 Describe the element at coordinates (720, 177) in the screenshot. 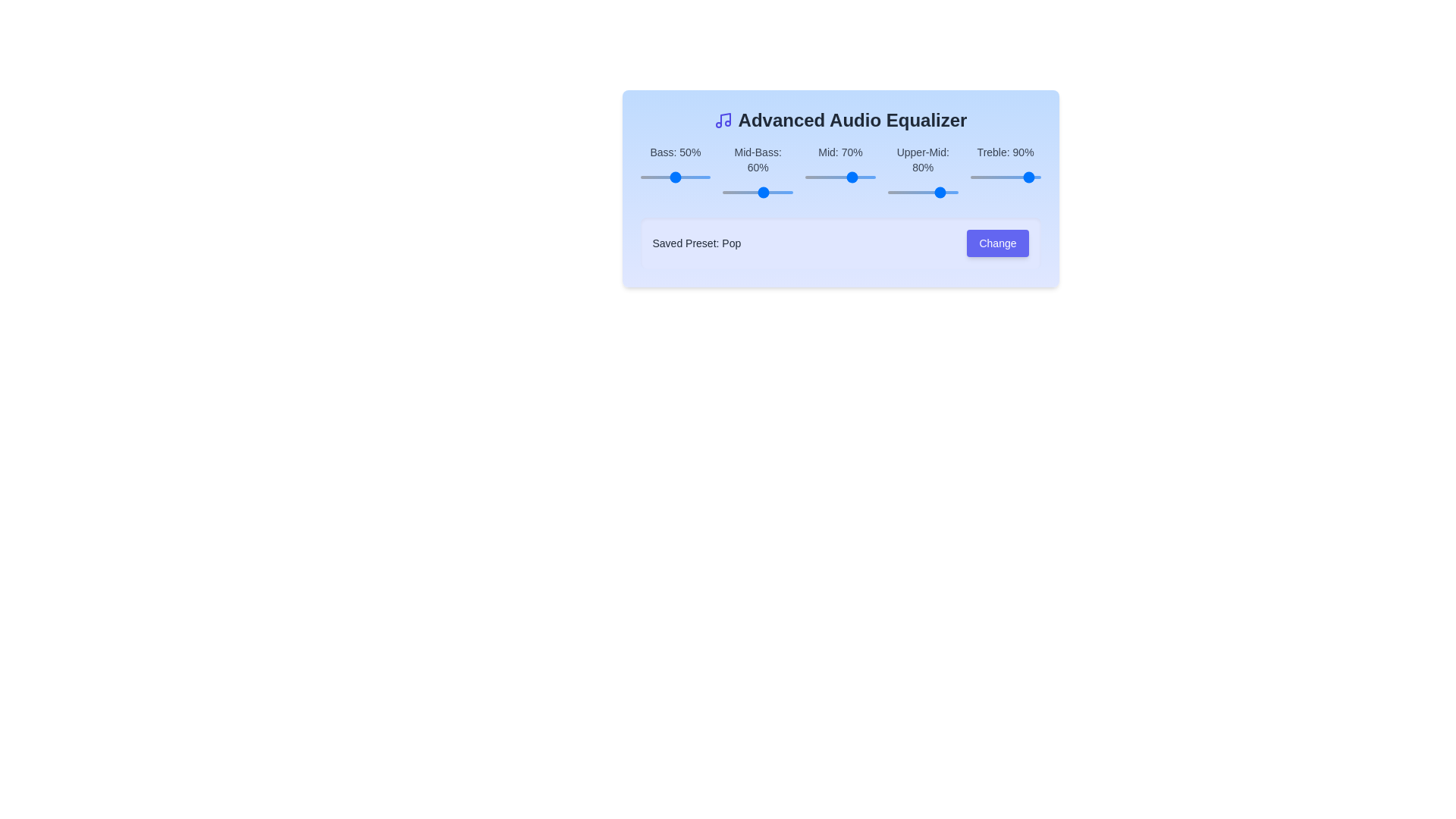

I see `the slider for the 0 band to 61%` at that location.